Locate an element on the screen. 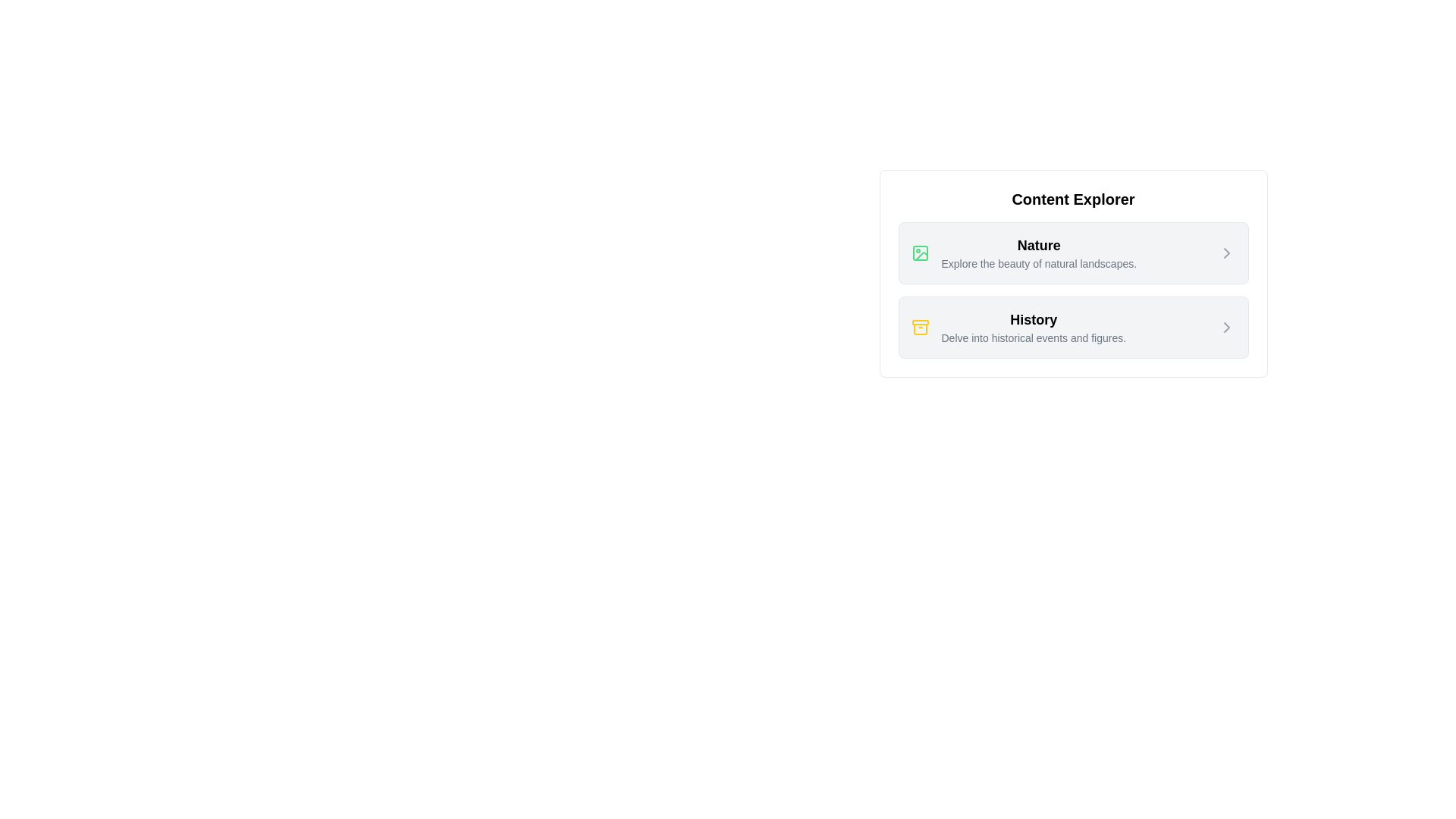 This screenshot has width=1456, height=819. the navigation icon located in the right section of the 'Nature' row in the 'Content Explorer' panel is located at coordinates (1226, 253).